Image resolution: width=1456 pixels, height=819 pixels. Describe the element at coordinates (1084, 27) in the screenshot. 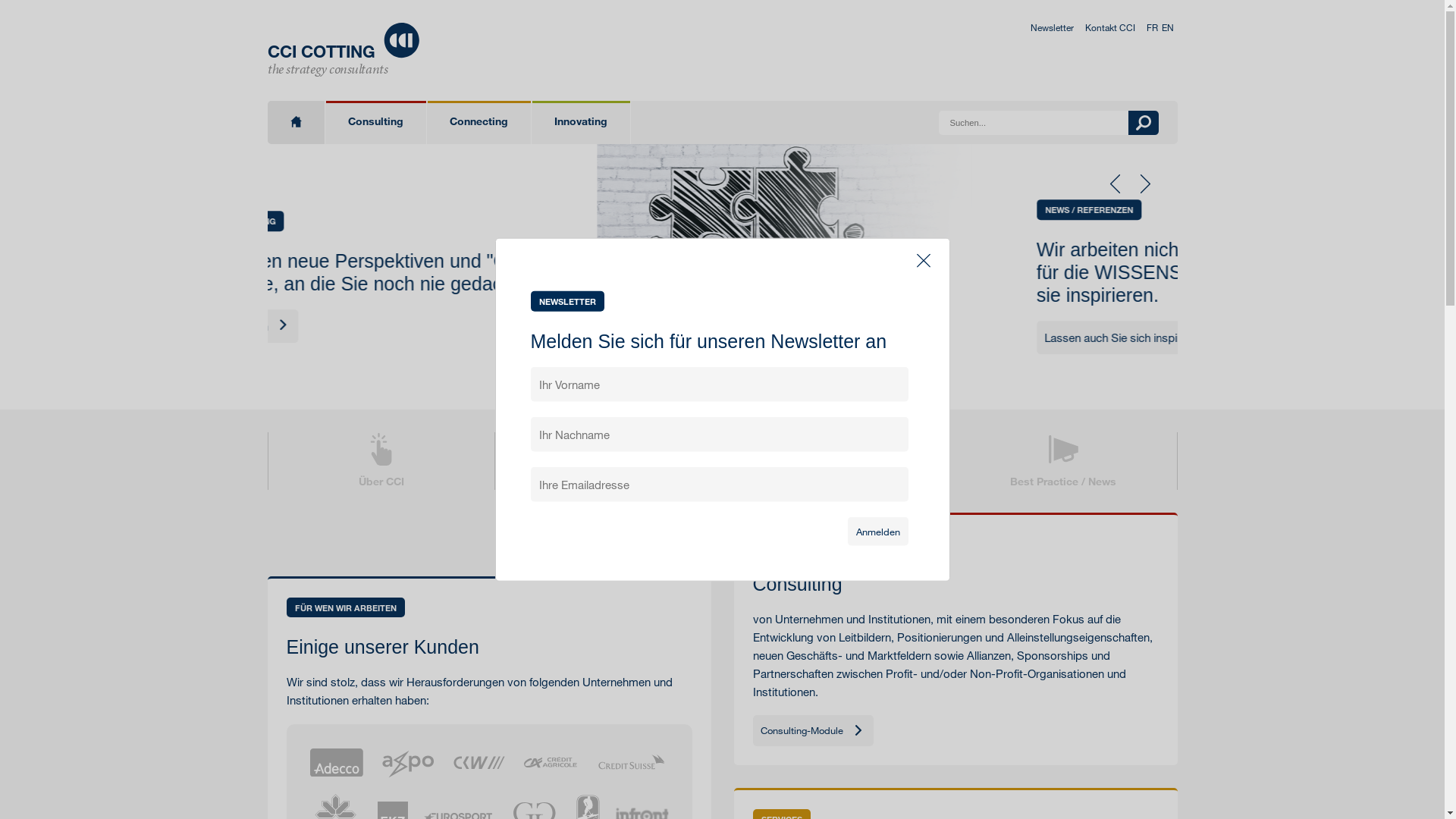

I see `'Kontakt CCI'` at that location.